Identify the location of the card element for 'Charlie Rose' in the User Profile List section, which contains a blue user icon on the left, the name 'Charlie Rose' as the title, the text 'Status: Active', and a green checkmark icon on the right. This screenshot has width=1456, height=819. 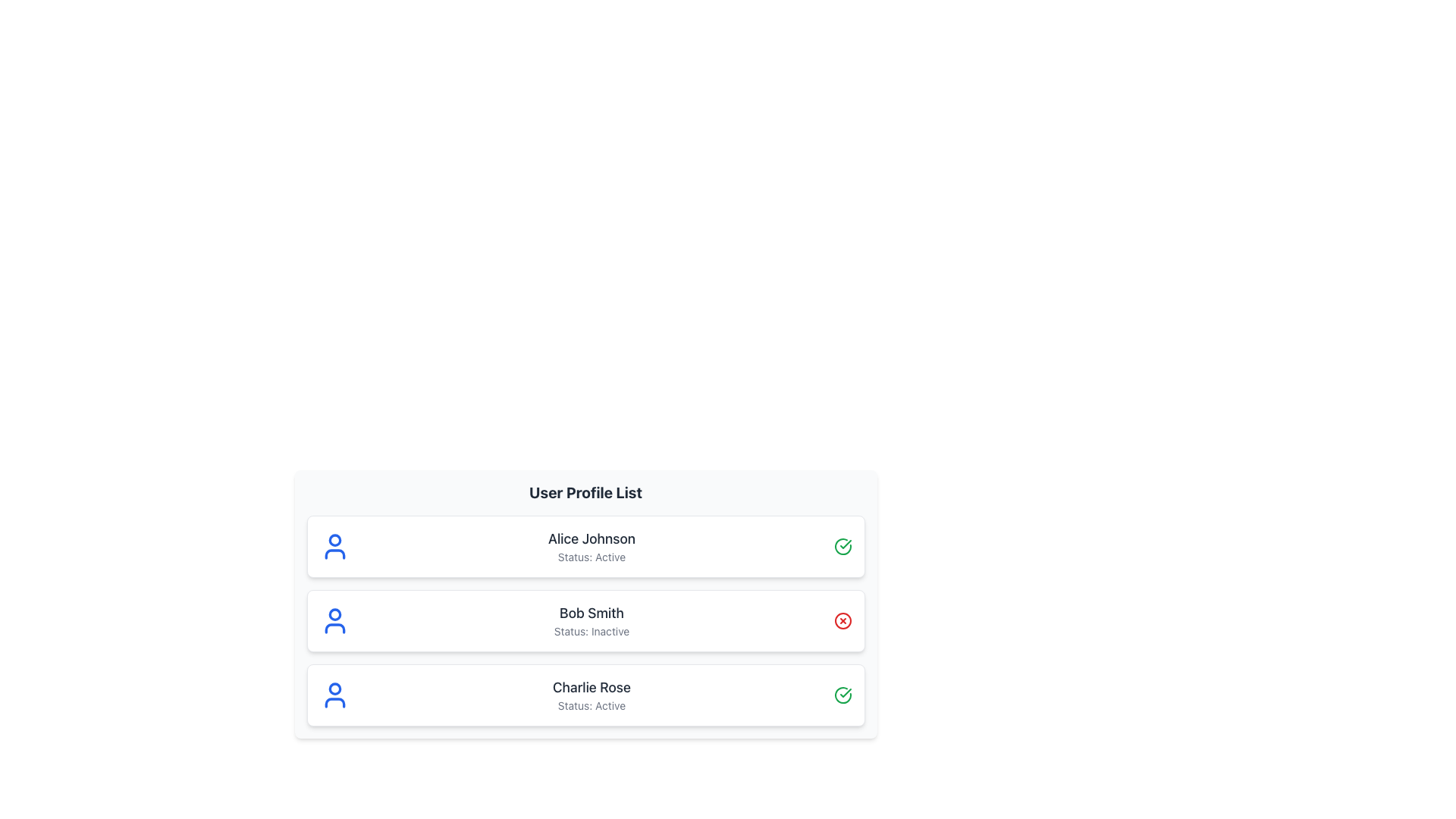
(585, 695).